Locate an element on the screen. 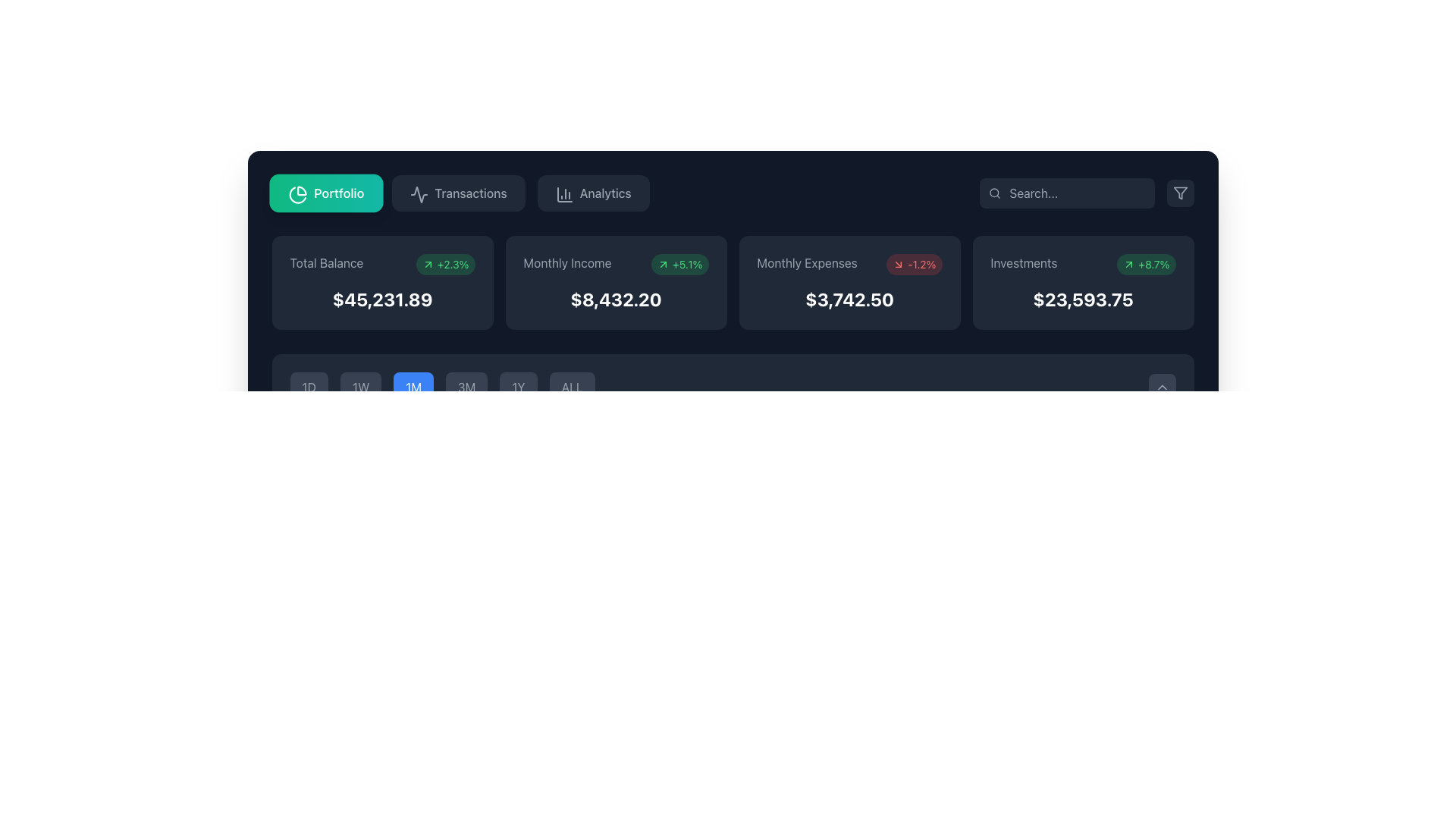  the label indicating the percentage increase under the 'Total Balance' section on the dashboard, located in the top-right corner above the total balance value is located at coordinates (444, 263).